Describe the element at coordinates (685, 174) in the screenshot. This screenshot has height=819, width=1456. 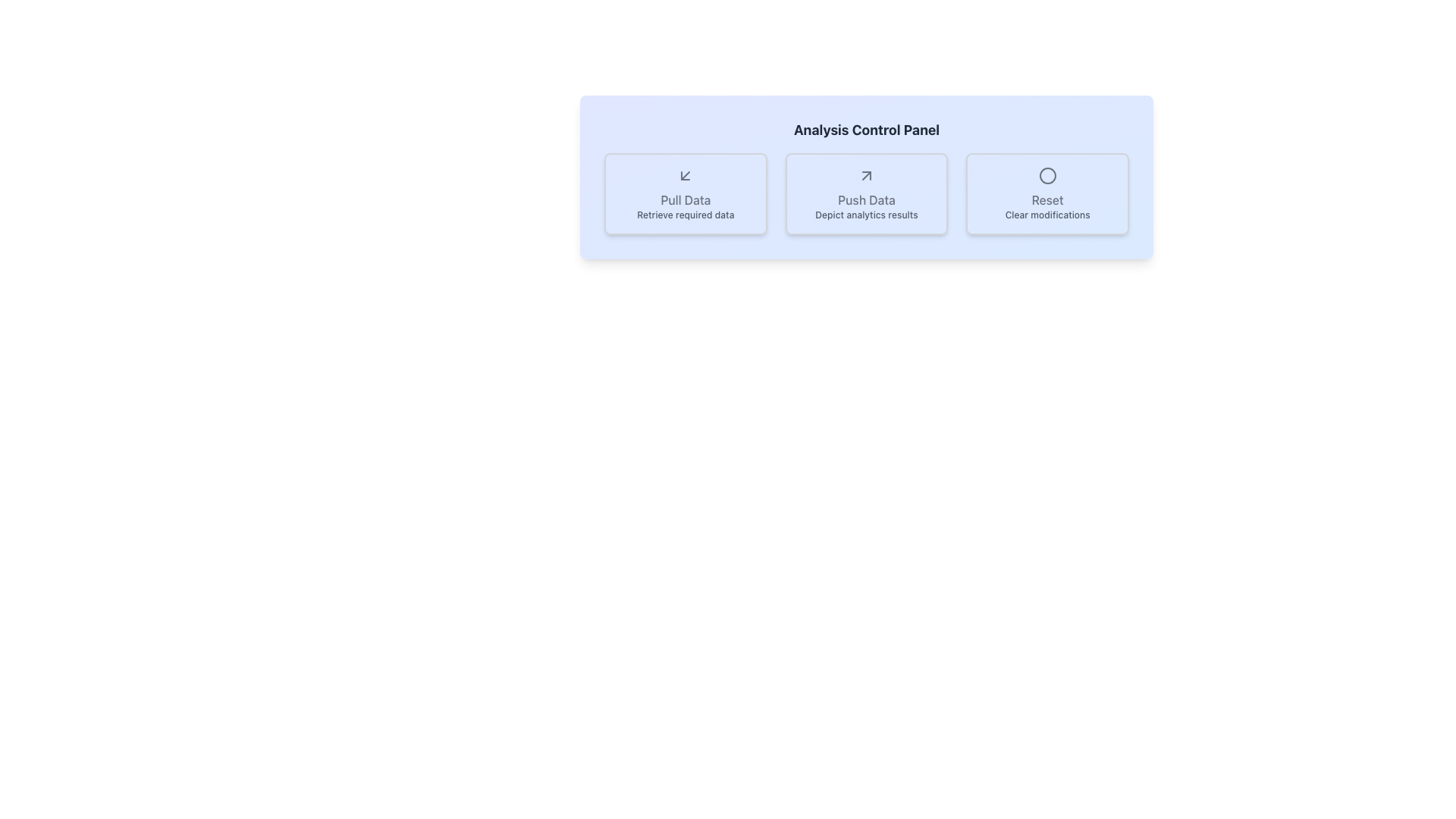
I see `the dark gray down-left arrow icon located at the top-left corner of the 'Pull Data' button in the control panel` at that location.